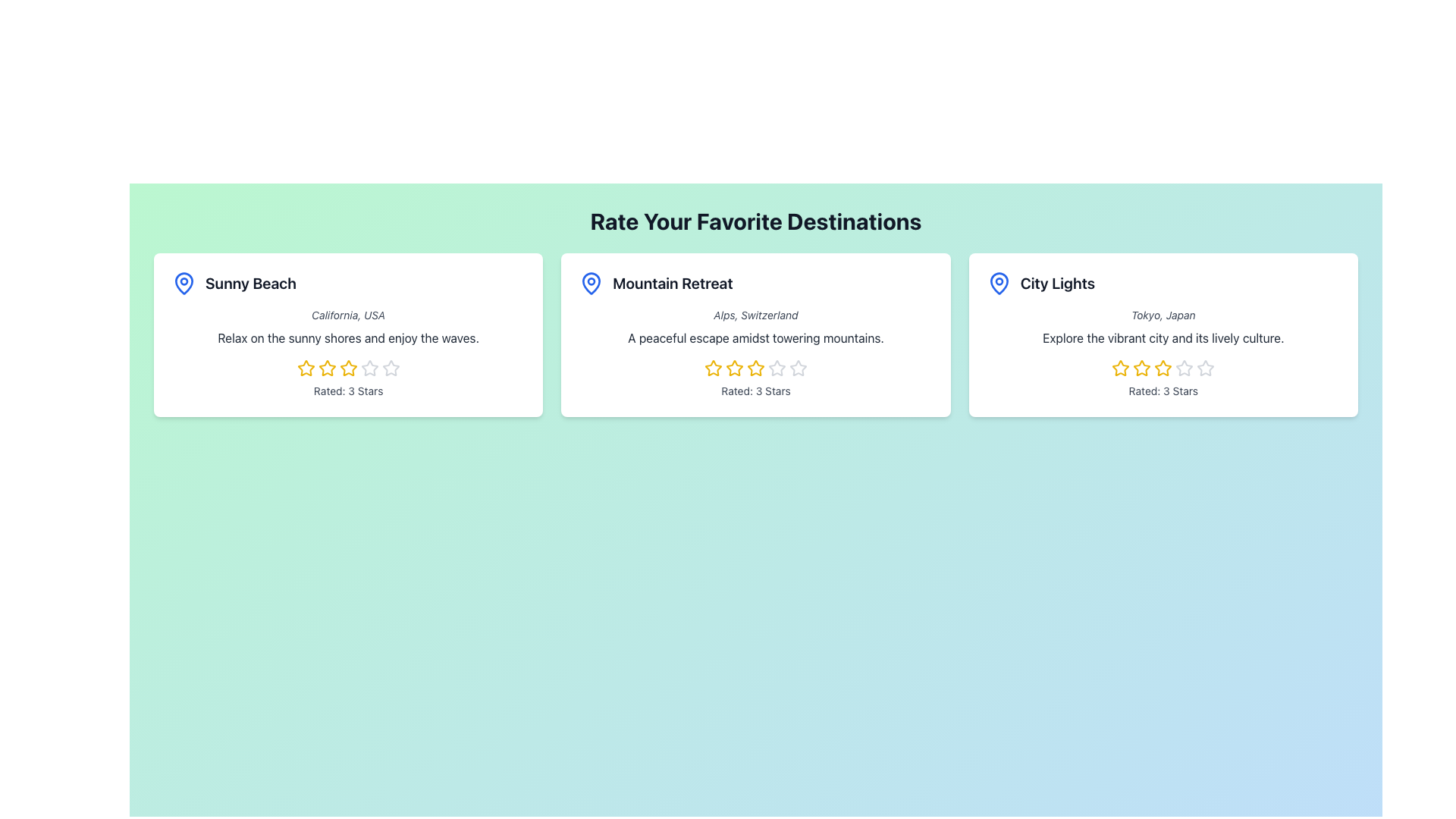  What do you see at coordinates (347, 391) in the screenshot?
I see `the Text Label that indicates the rating of the item described in the 'Sunny Beach' card, positioned below the star rating and the description text` at bounding box center [347, 391].